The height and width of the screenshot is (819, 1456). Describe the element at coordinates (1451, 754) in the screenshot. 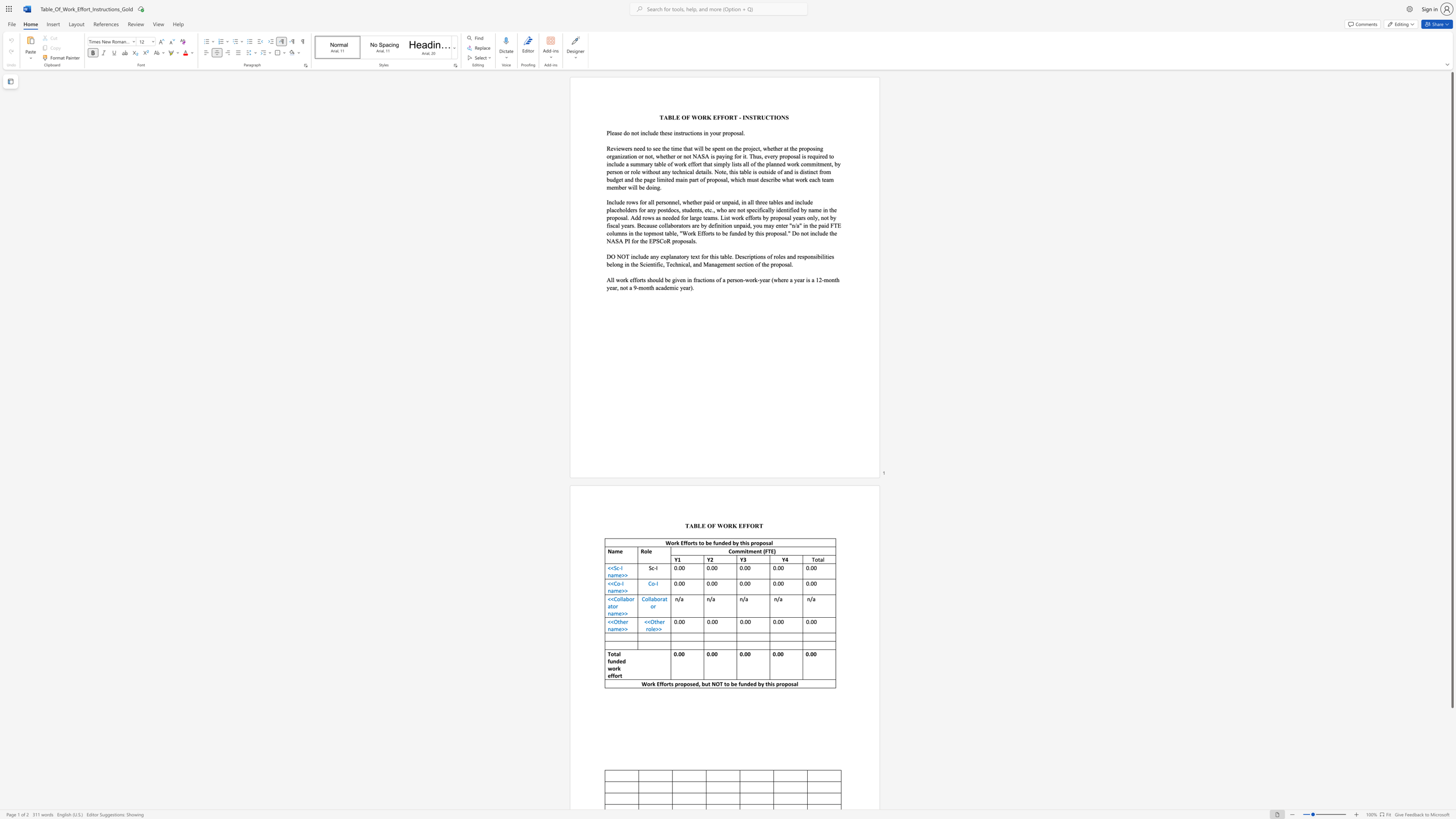

I see `the scrollbar on the side` at that location.